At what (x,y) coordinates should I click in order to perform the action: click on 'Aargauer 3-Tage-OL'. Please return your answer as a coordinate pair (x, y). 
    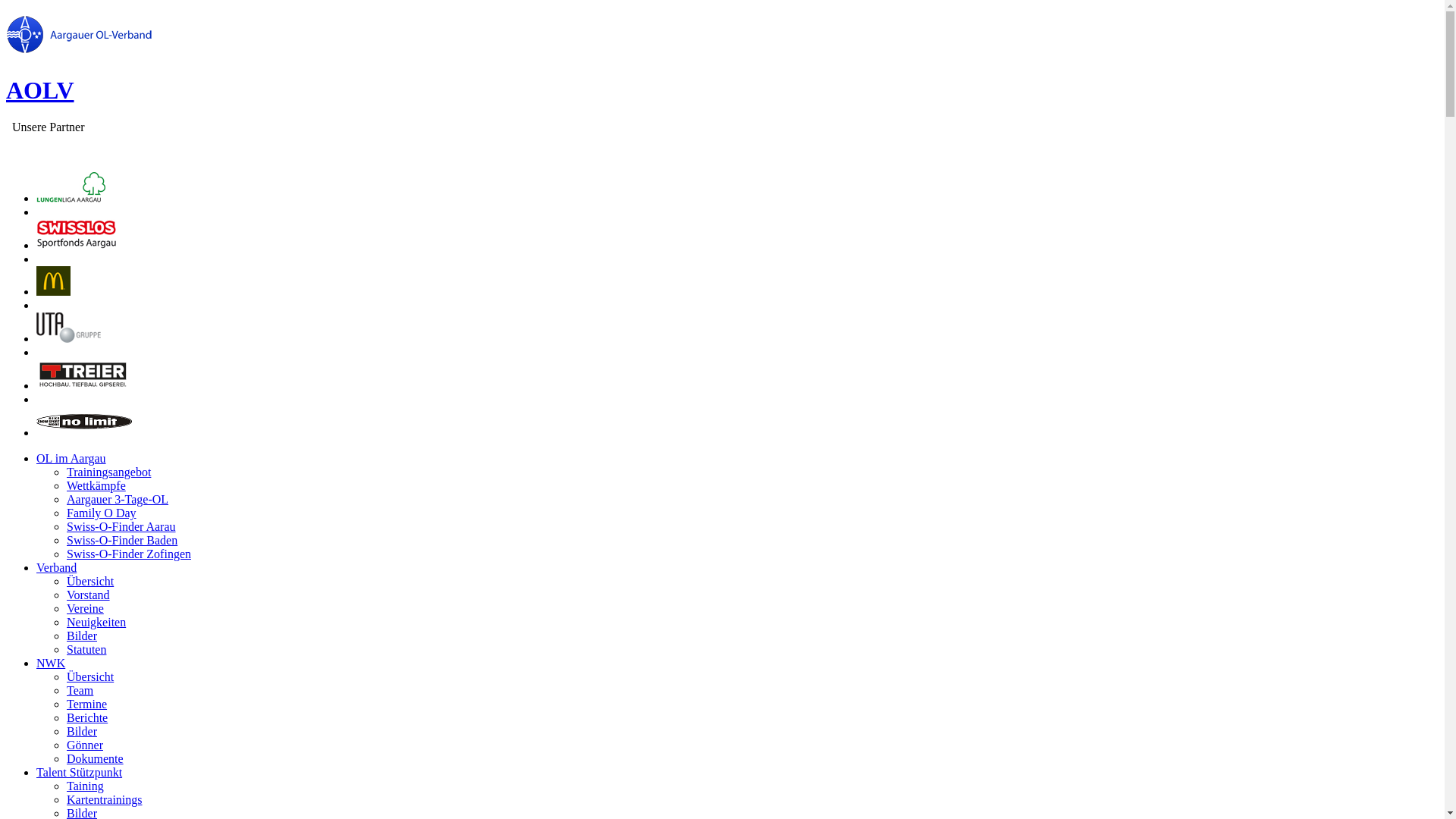
    Looking at the image, I should click on (116, 499).